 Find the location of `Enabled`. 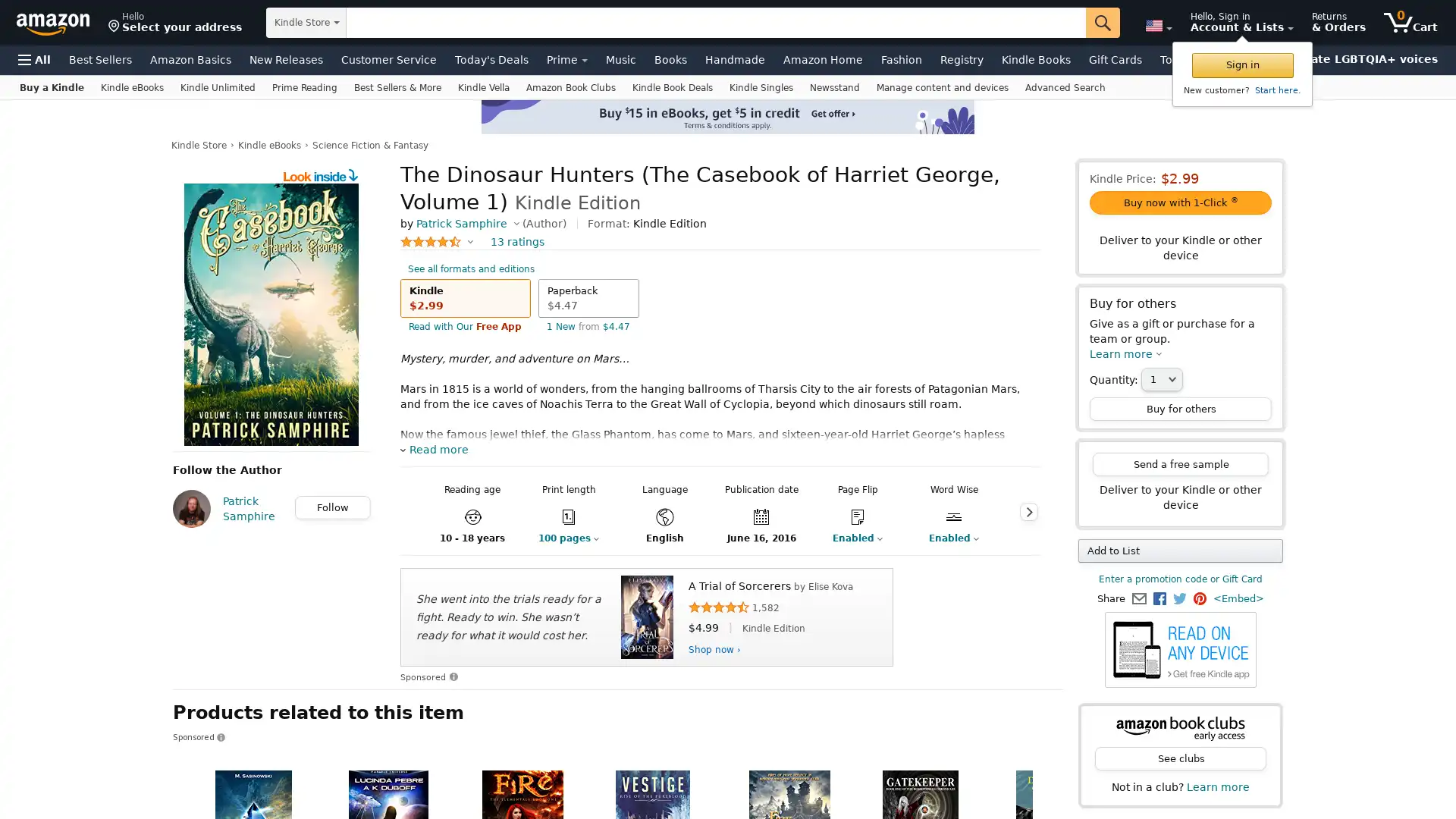

Enabled is located at coordinates (952, 537).